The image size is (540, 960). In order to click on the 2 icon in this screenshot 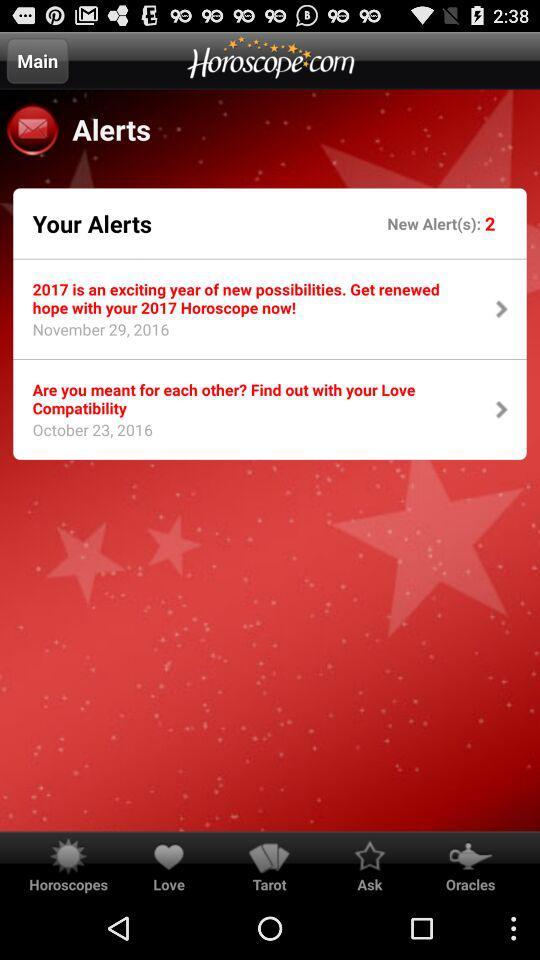, I will do `click(489, 223)`.